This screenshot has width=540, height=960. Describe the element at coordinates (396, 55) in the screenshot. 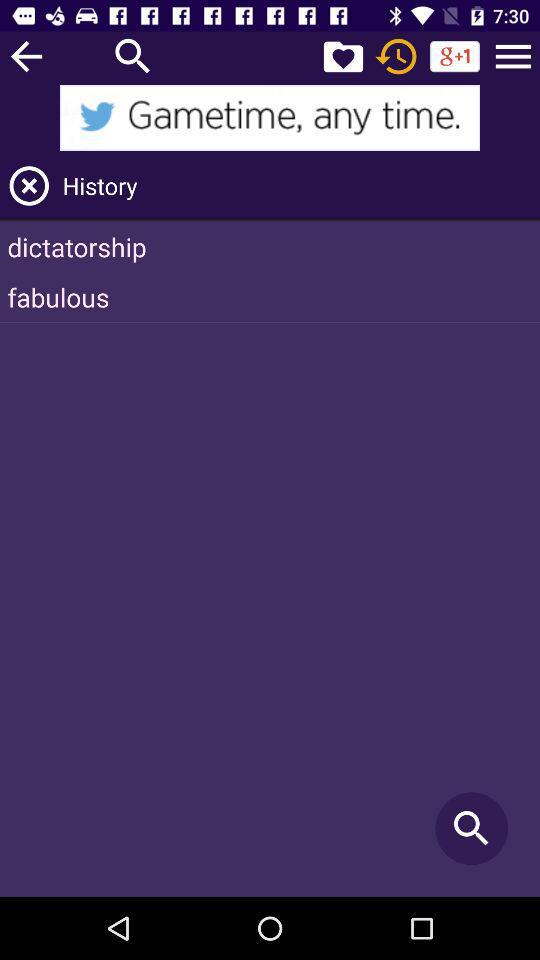

I see `the history icon` at that location.